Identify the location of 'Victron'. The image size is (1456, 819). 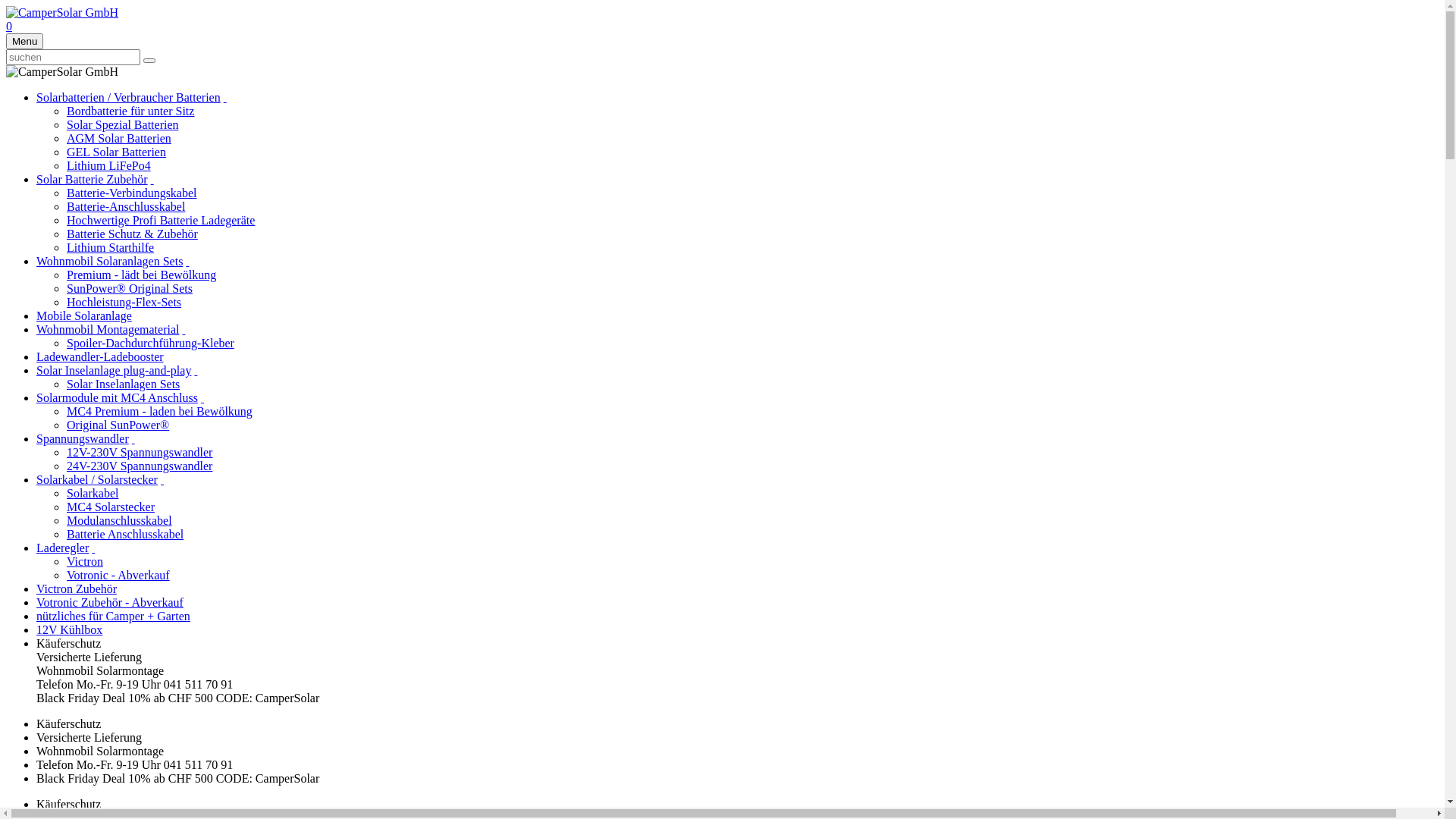
(83, 561).